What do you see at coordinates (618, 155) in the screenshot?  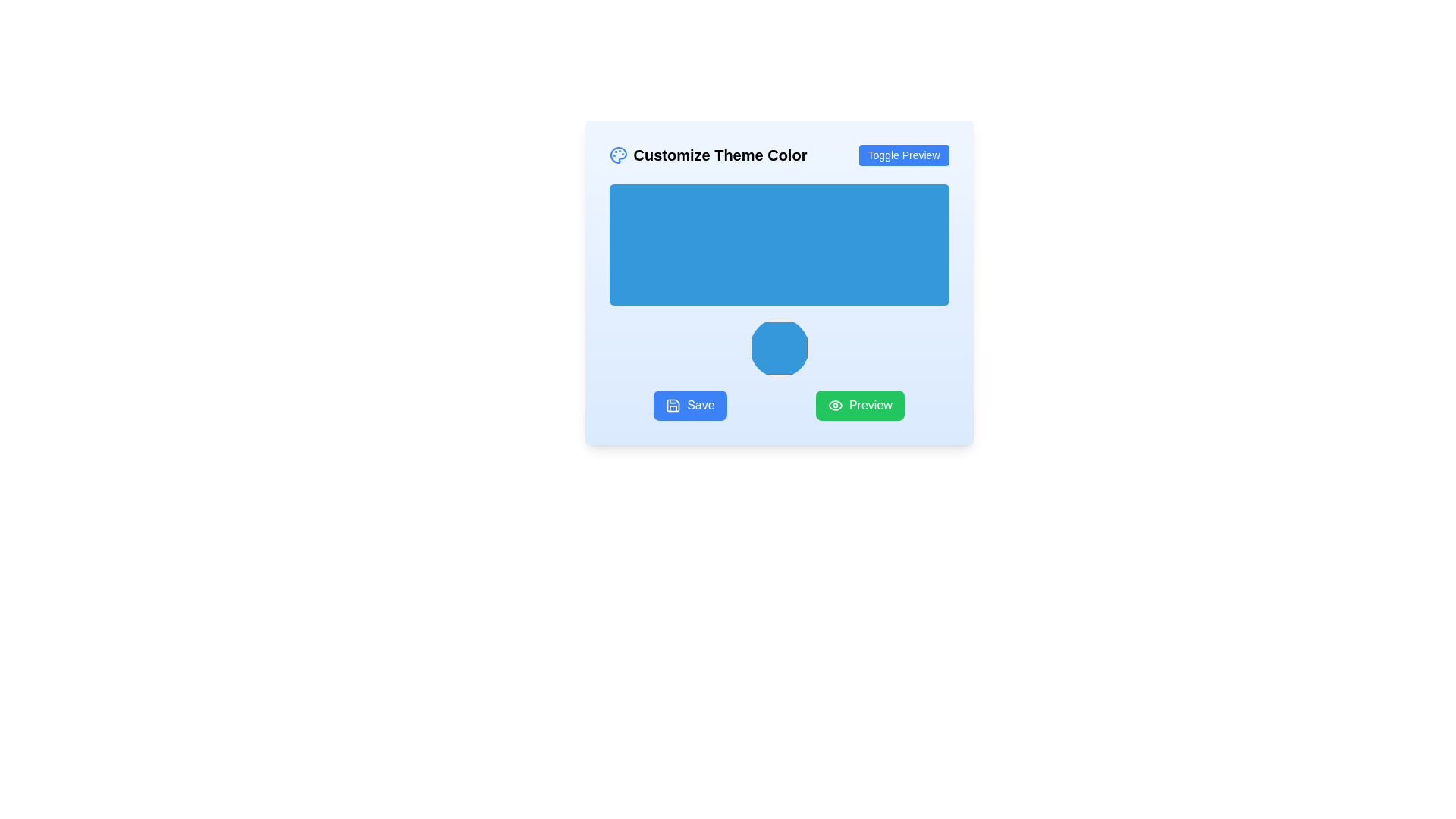 I see `the blue circular palette icon located to the left of the 'Customize Theme Color' text in the header section` at bounding box center [618, 155].